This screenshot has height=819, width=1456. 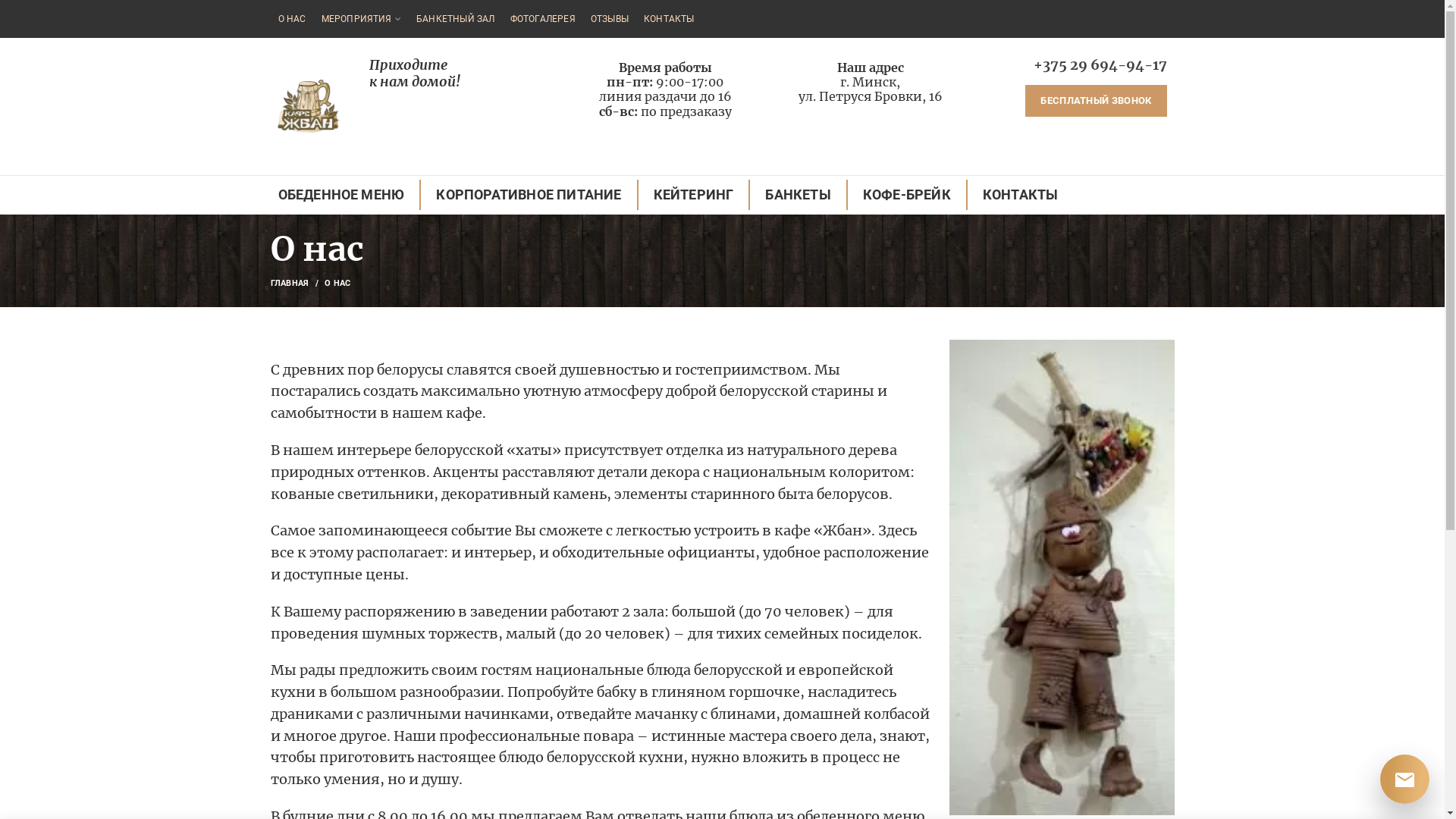 I want to click on '+375 29 694-94-17', so click(x=1099, y=64).